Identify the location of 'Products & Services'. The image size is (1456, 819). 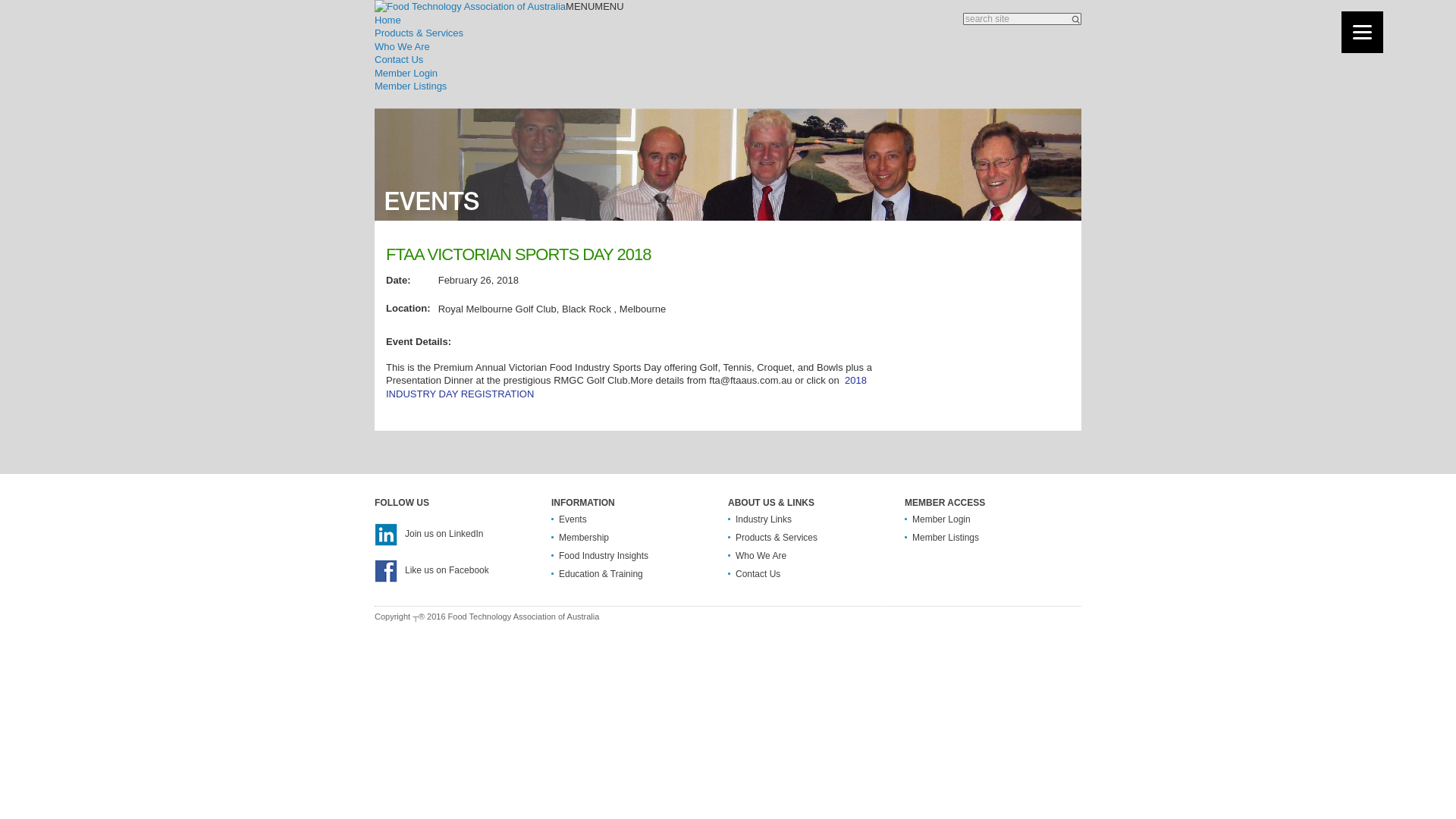
(735, 537).